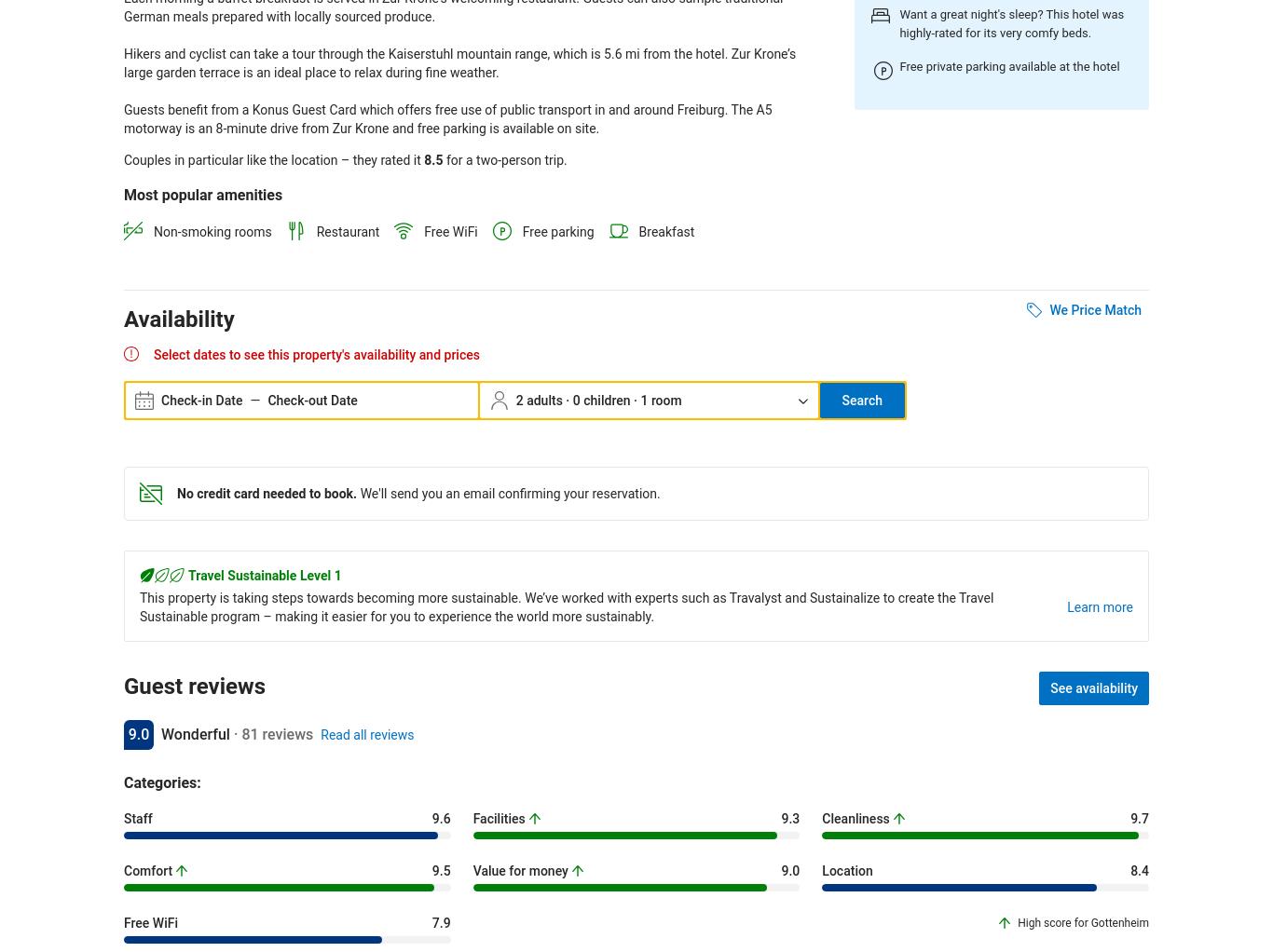 The height and width of the screenshot is (952, 1273). What do you see at coordinates (277, 733) in the screenshot?
I see `'81 reviews'` at bounding box center [277, 733].